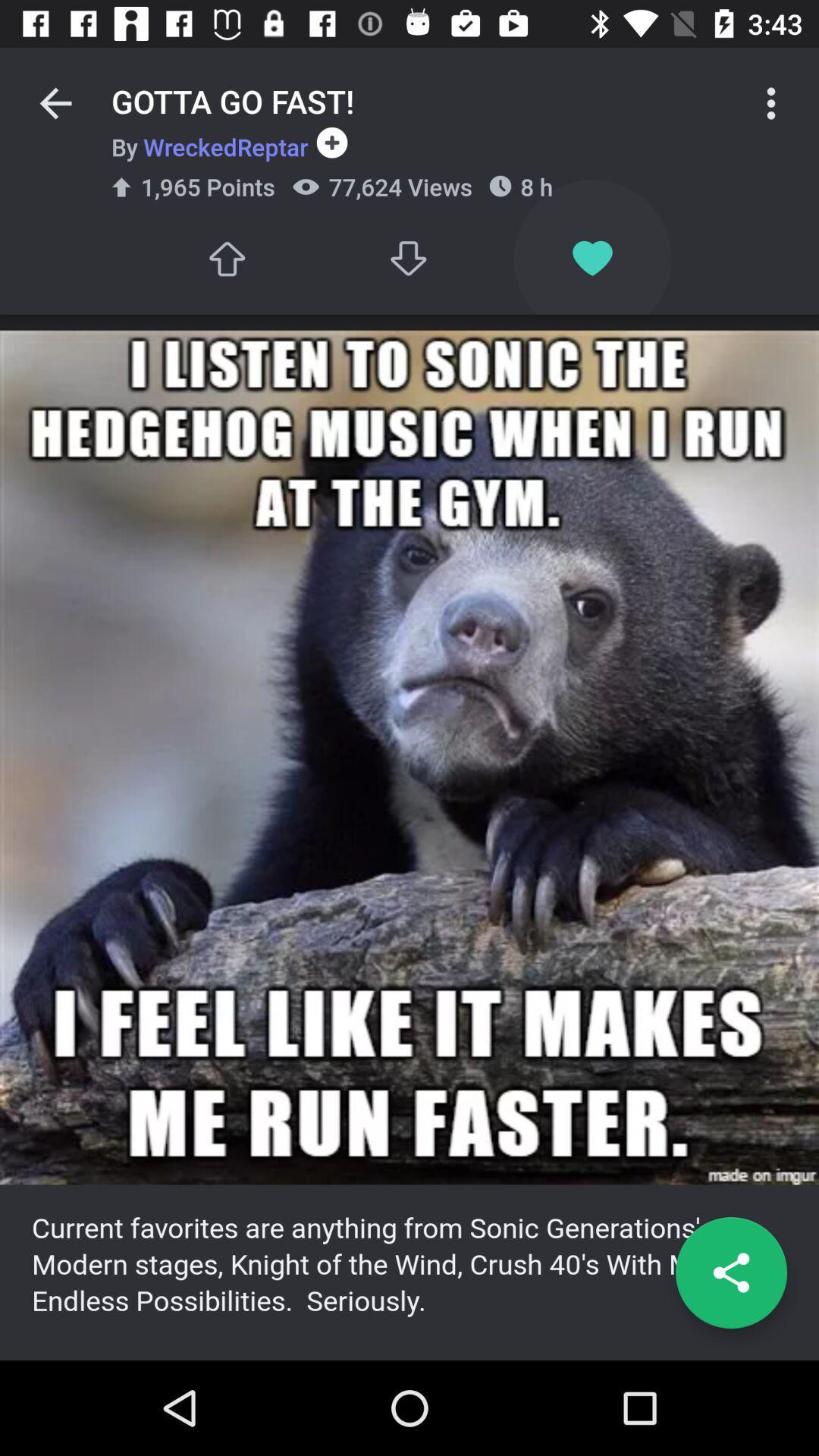 The width and height of the screenshot is (819, 1456). Describe the element at coordinates (409, 259) in the screenshot. I see `go down` at that location.